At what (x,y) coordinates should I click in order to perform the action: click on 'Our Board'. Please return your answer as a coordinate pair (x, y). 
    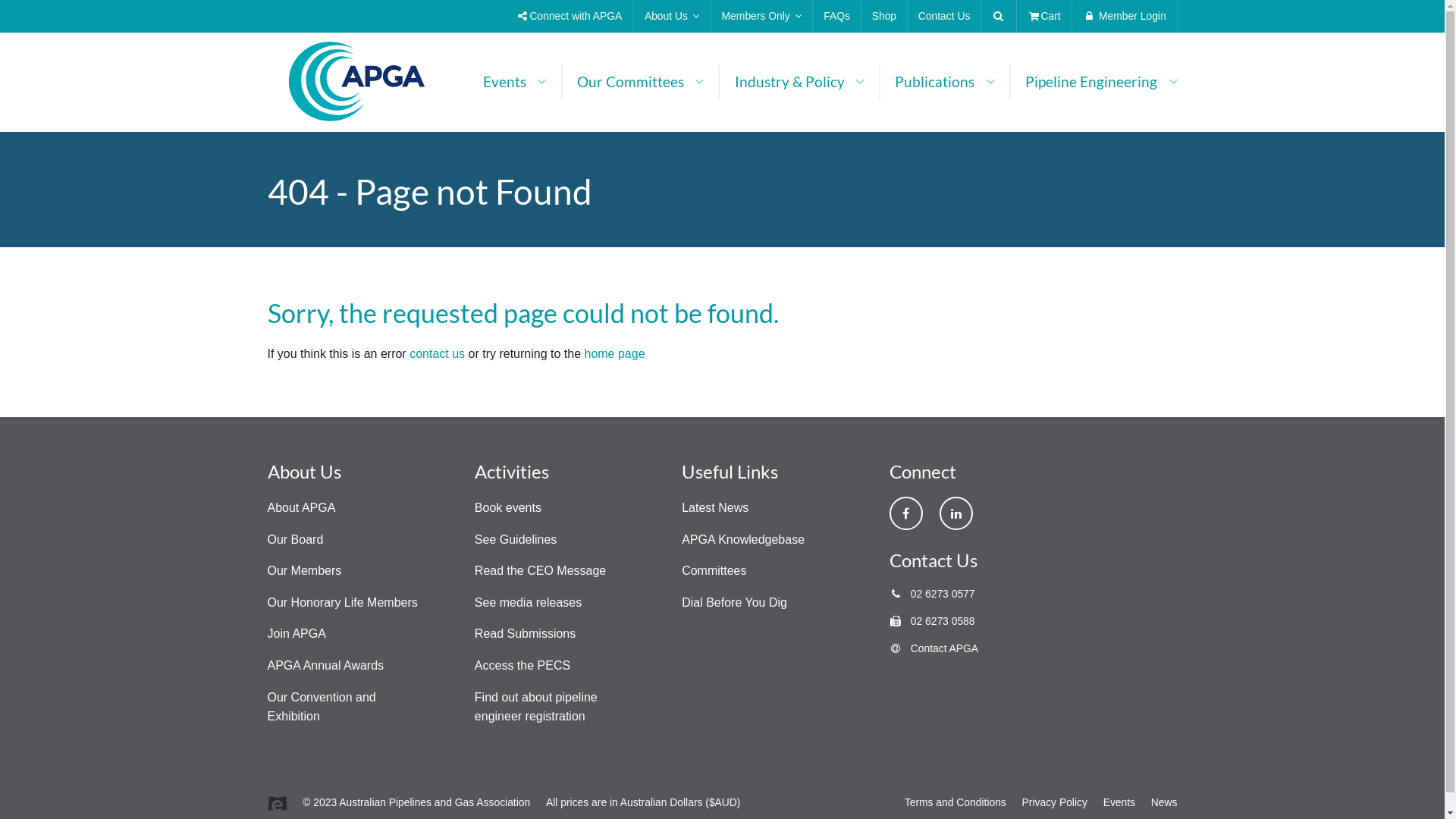
    Looking at the image, I should click on (266, 538).